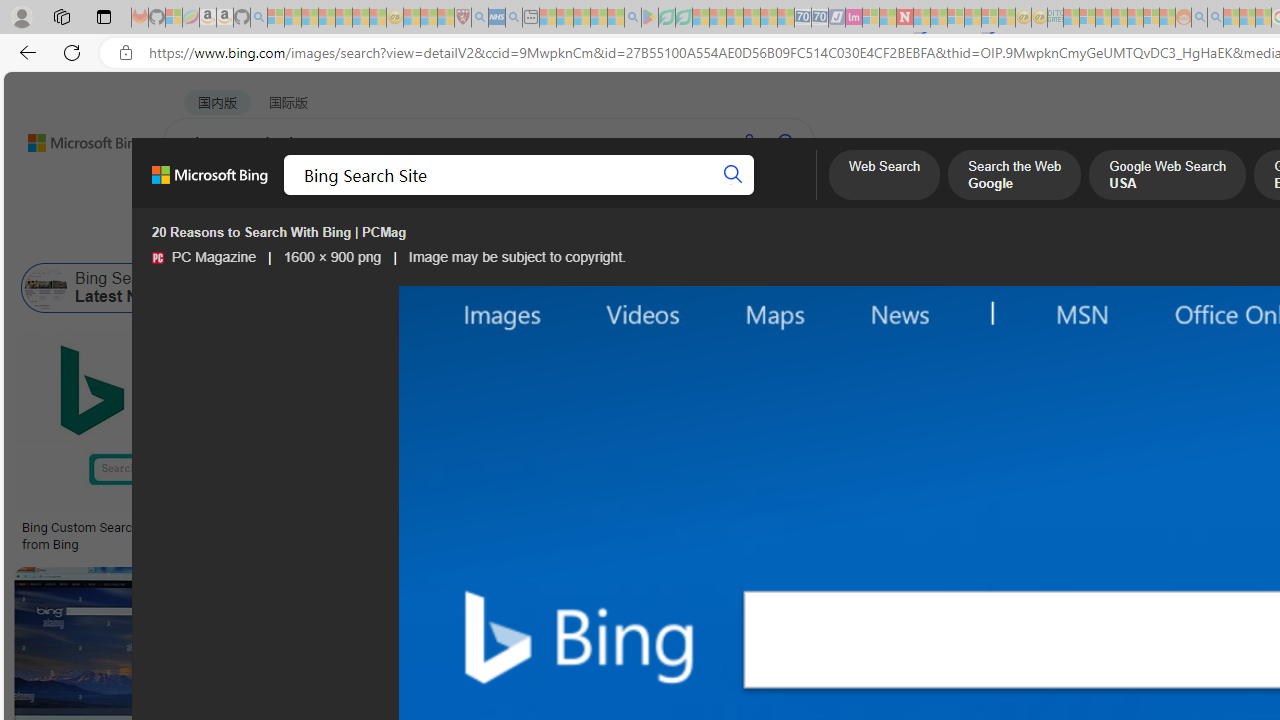  Describe the element at coordinates (517, 256) in the screenshot. I see `'Image may be subject to copyright.'` at that location.